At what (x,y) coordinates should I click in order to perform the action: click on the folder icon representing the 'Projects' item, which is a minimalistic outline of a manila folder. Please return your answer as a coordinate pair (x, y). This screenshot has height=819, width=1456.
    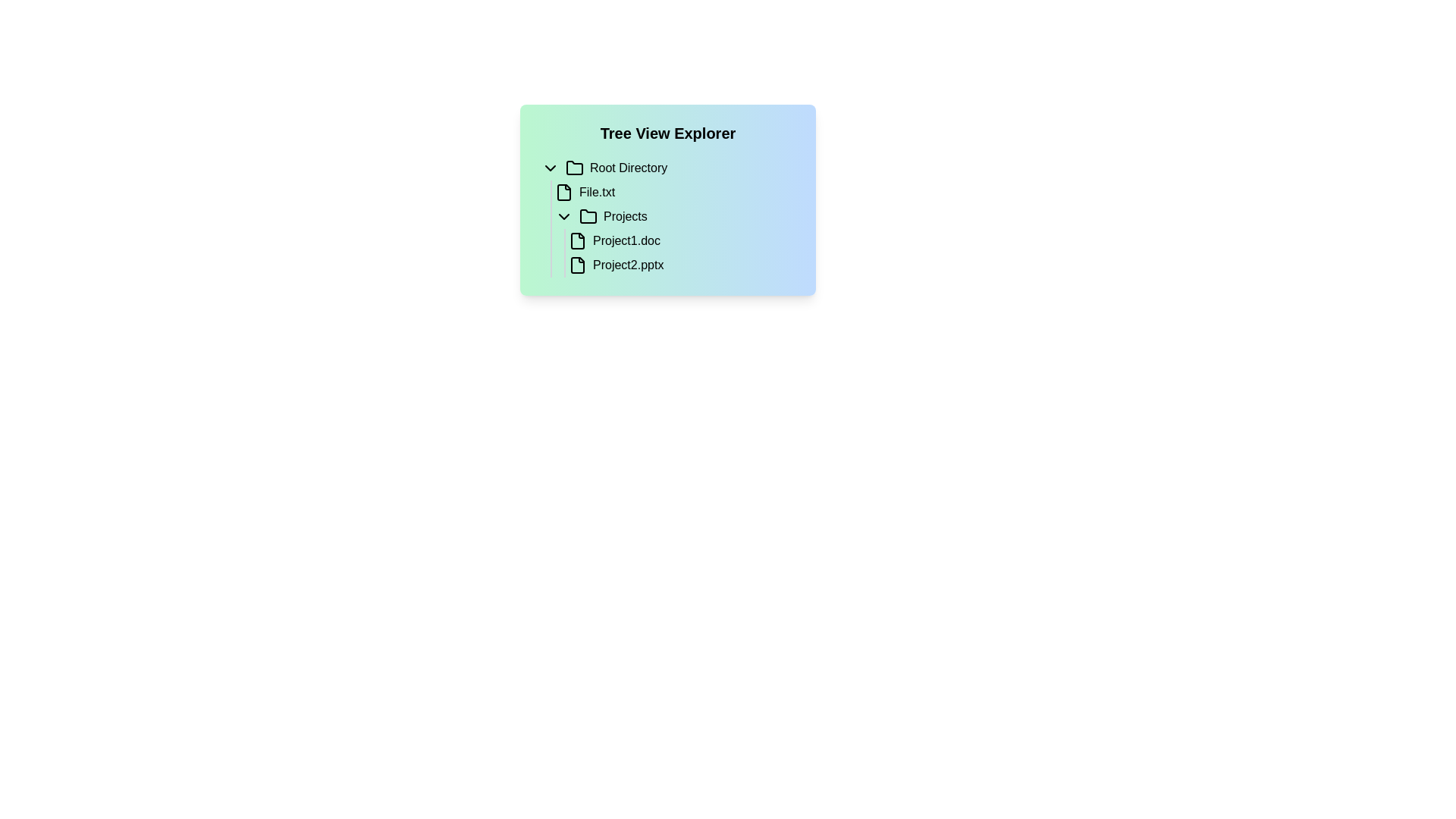
    Looking at the image, I should click on (588, 216).